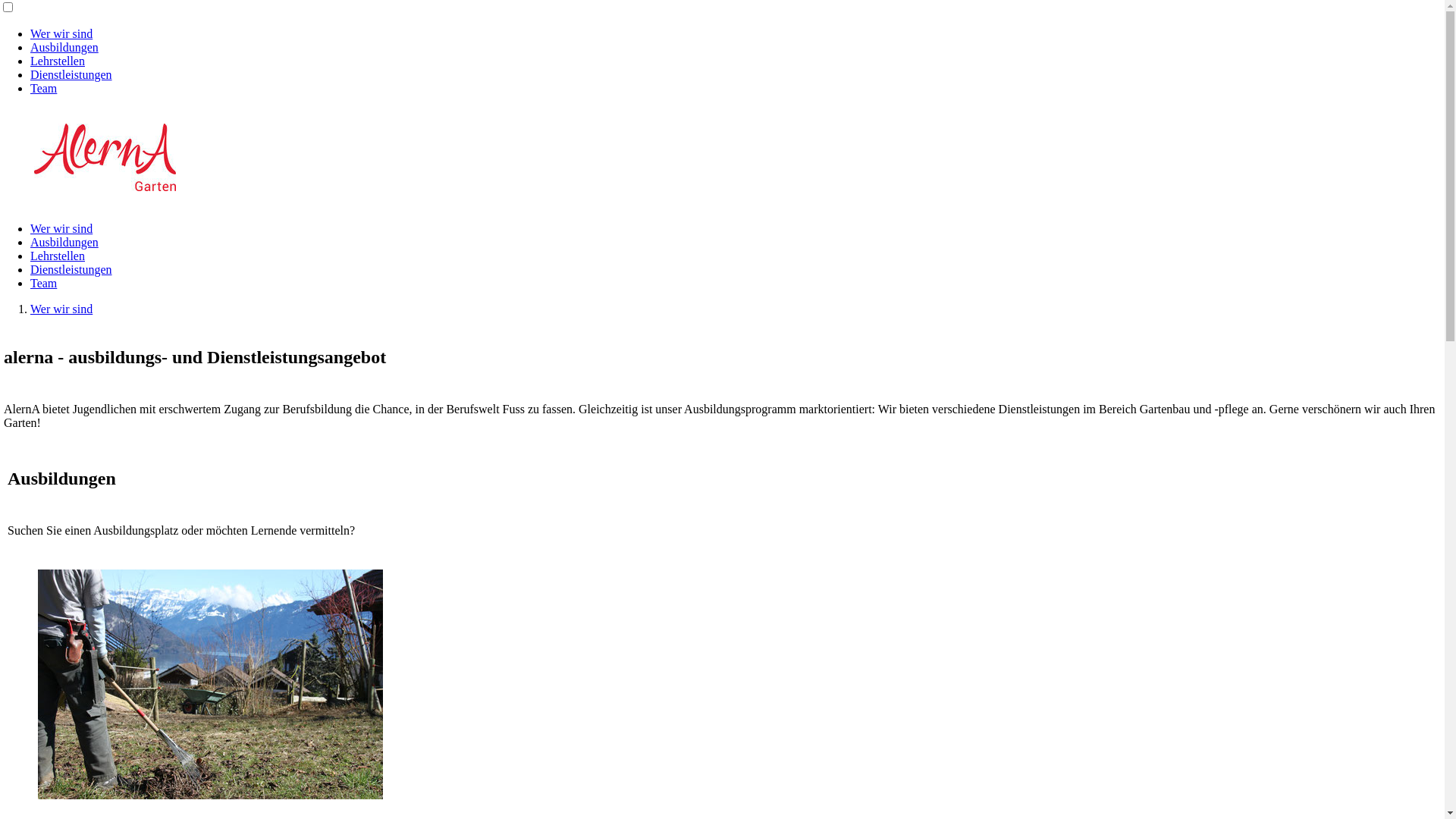 The image size is (1456, 819). What do you see at coordinates (58, 255) in the screenshot?
I see `'Lehrstellen'` at bounding box center [58, 255].